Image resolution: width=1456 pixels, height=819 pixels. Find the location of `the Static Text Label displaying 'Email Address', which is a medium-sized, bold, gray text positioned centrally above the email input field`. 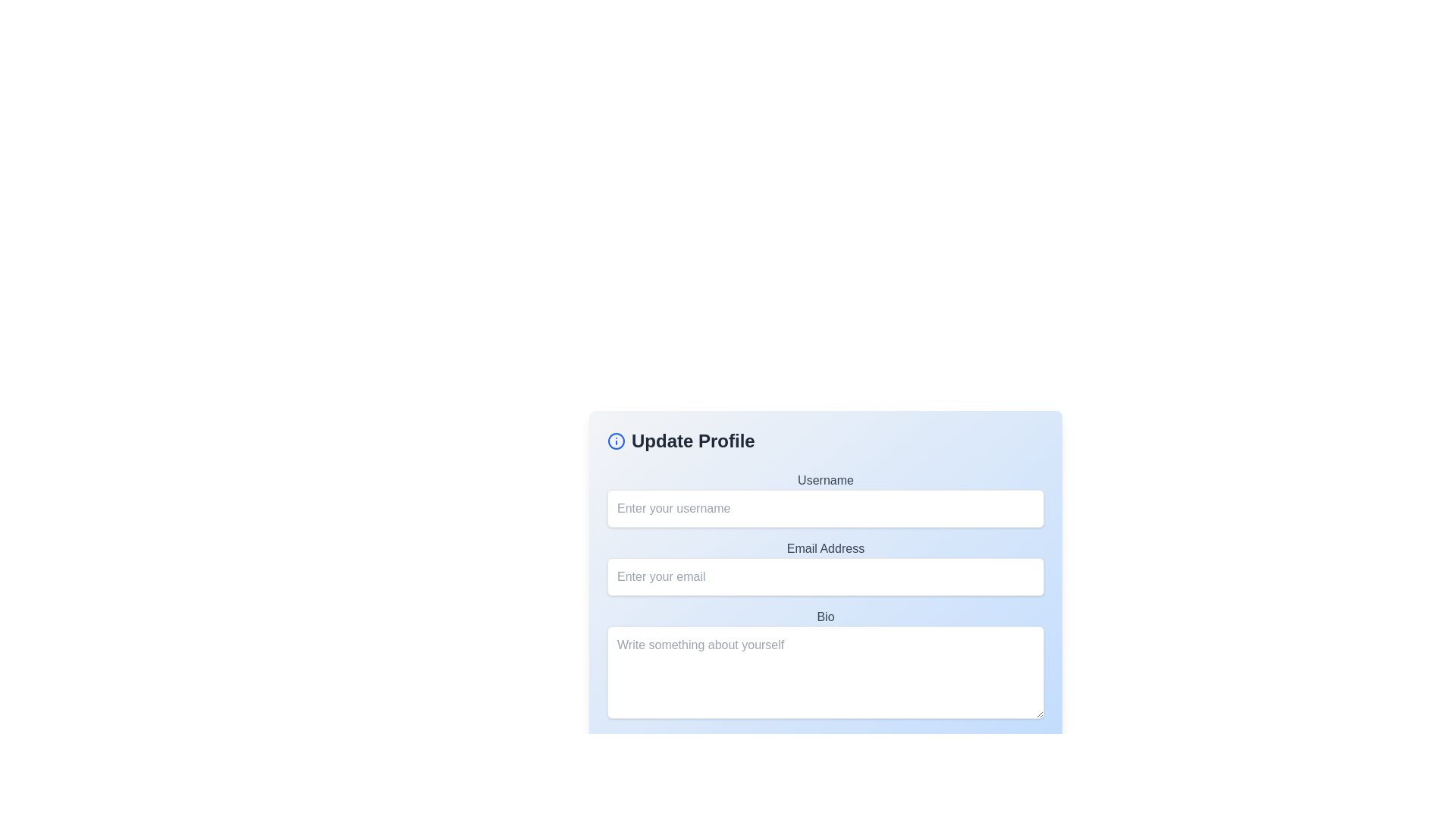

the Static Text Label displaying 'Email Address', which is a medium-sized, bold, gray text positioned centrally above the email input field is located at coordinates (825, 549).